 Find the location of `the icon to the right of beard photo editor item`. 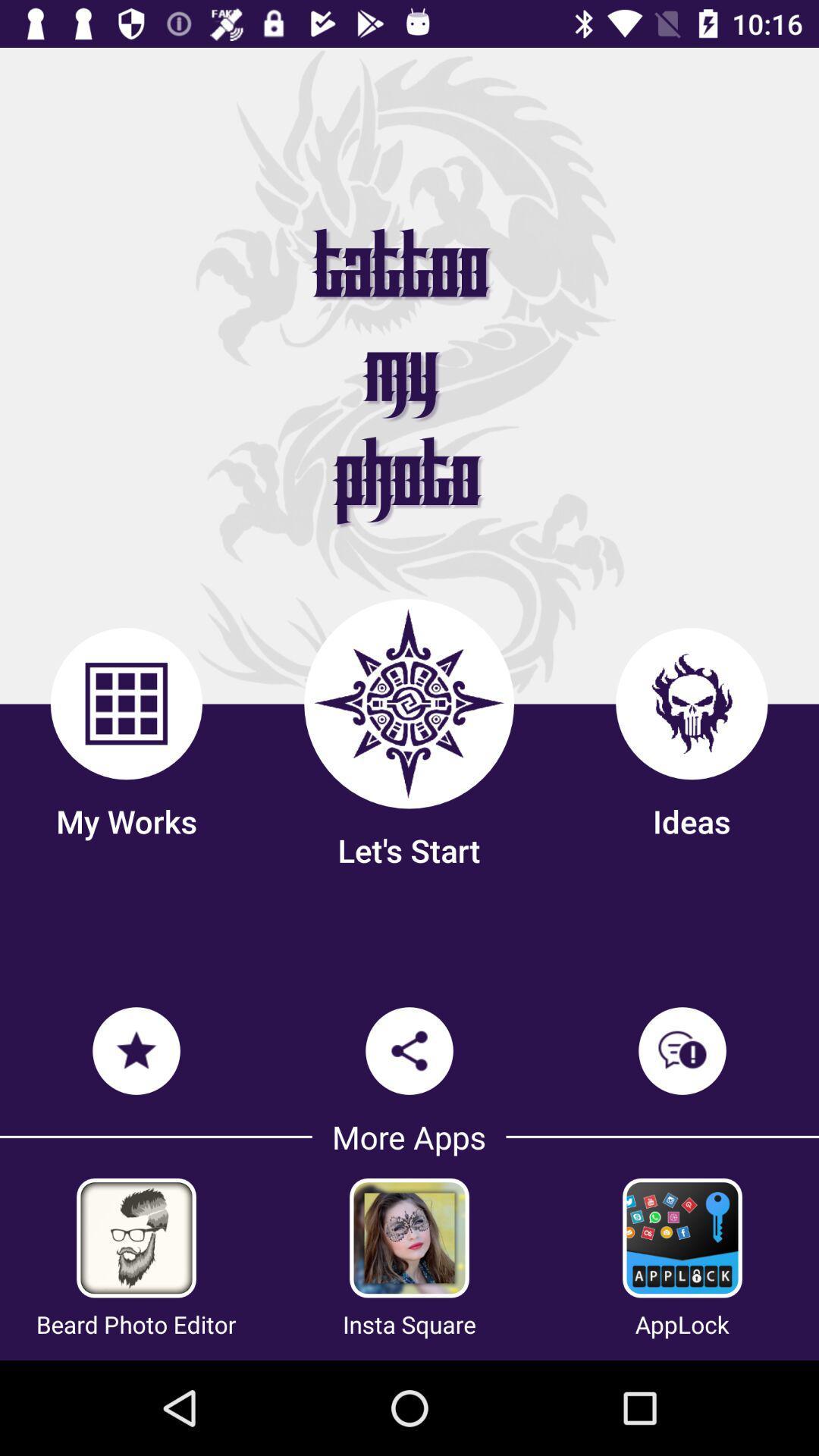

the icon to the right of beard photo editor item is located at coordinates (409, 1323).